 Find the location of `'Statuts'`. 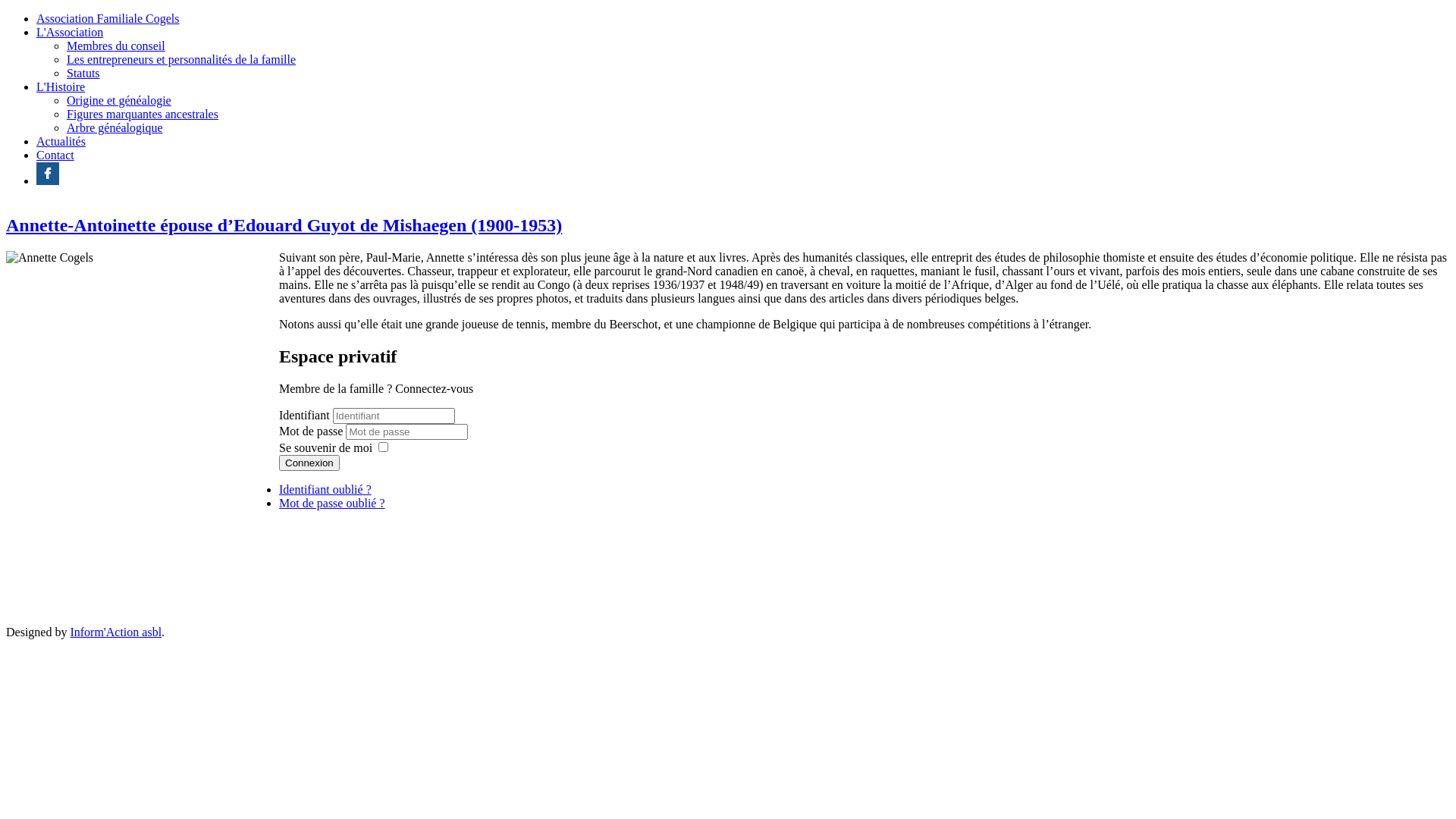

'Statuts' is located at coordinates (65, 73).